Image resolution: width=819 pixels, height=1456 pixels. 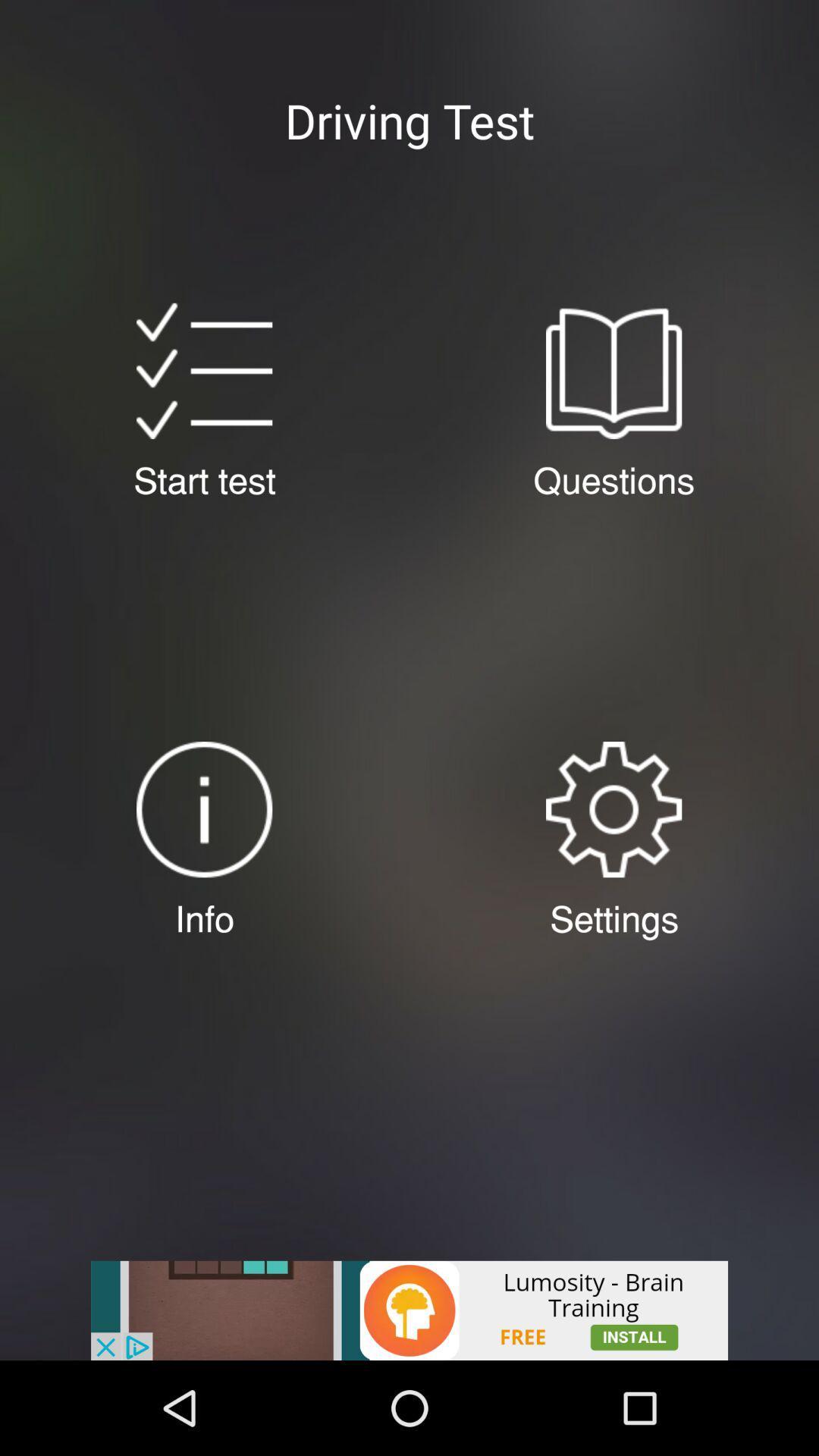 What do you see at coordinates (409, 1310) in the screenshot?
I see `advertisement` at bounding box center [409, 1310].